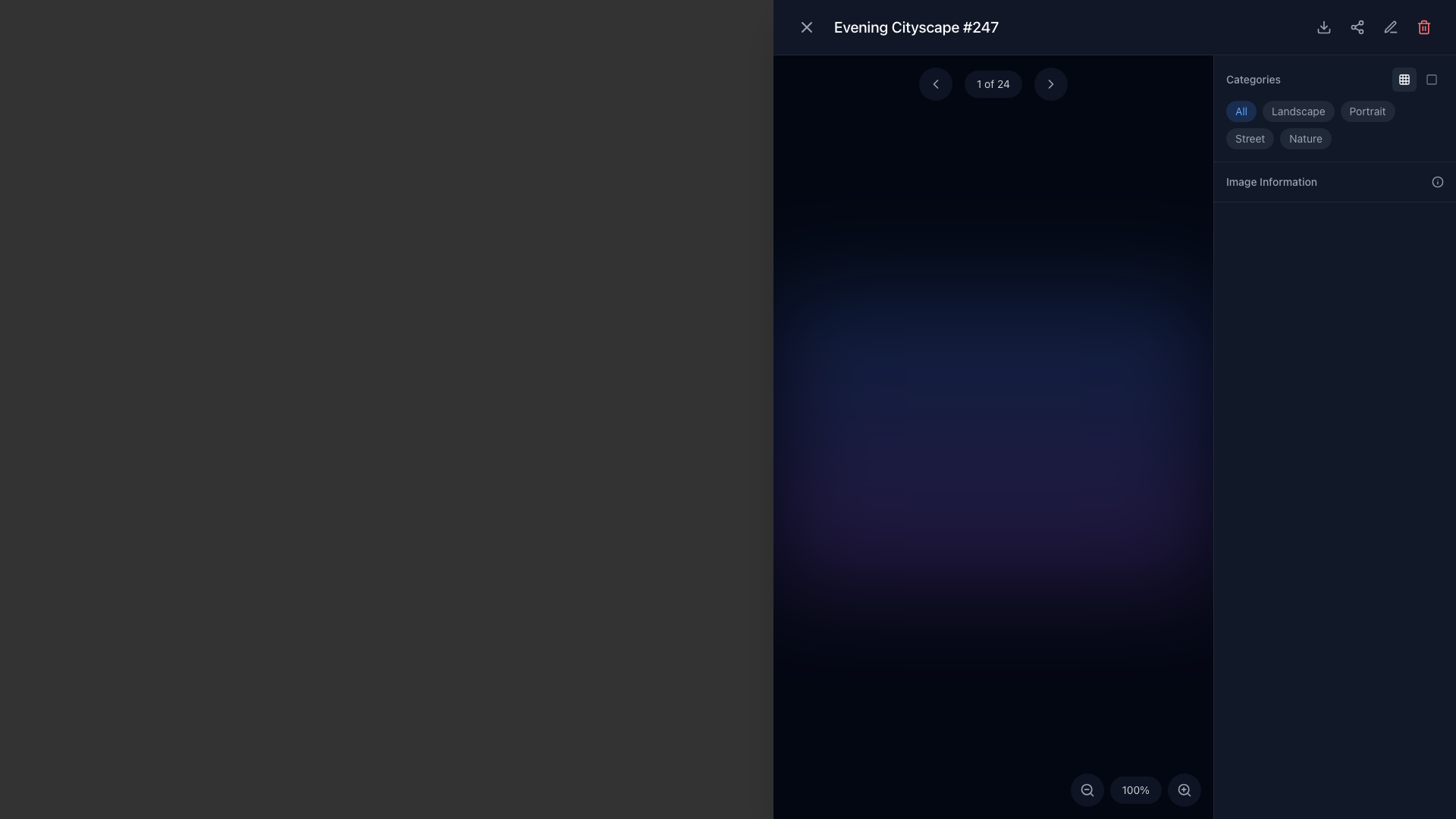  I want to click on the 'Delete' icon located in the top-right corner of the interface, which is part of a group of action icons, so click(1423, 27).